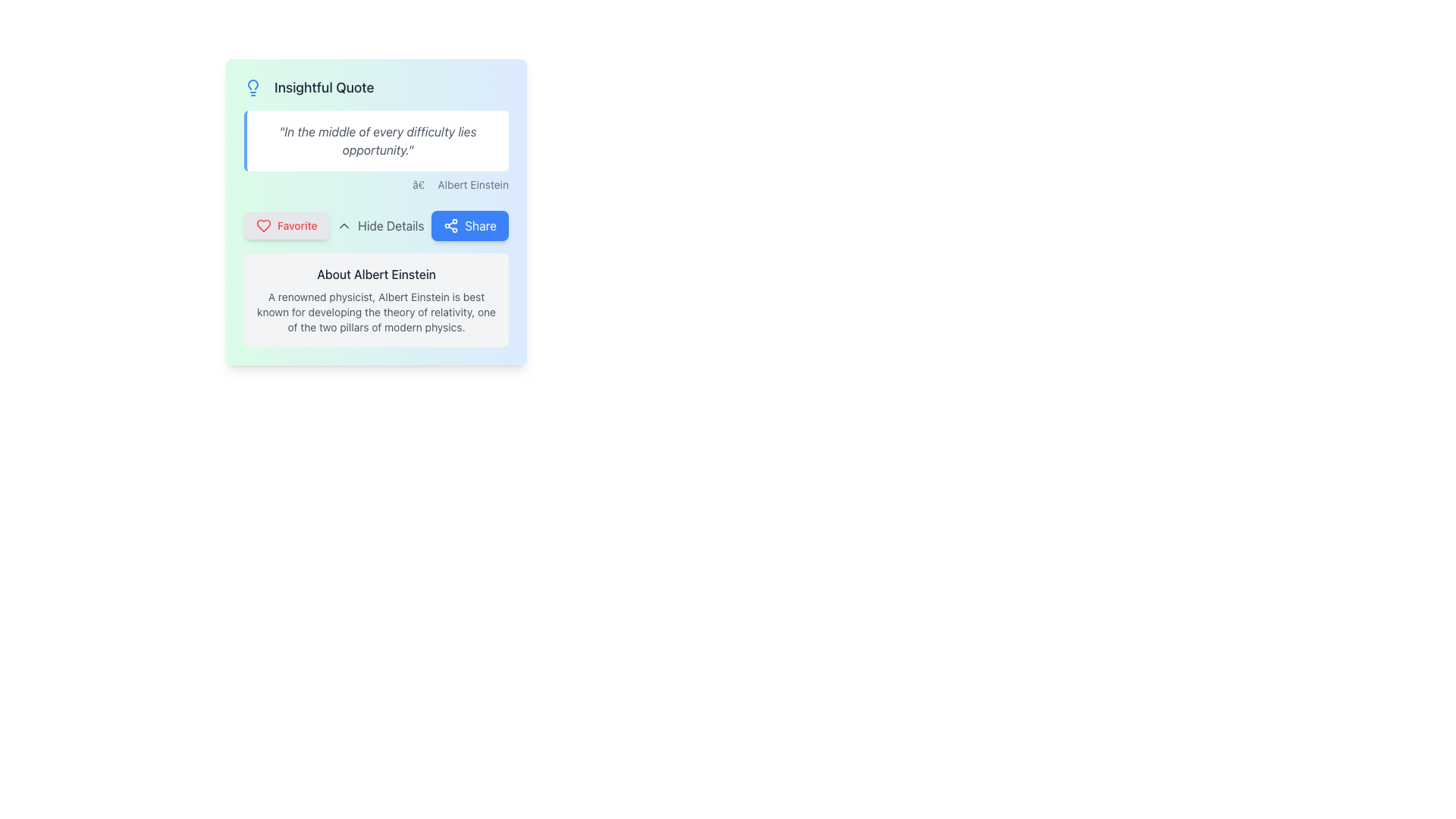 This screenshot has width=1456, height=819. What do you see at coordinates (287, 225) in the screenshot?
I see `the leftmost button in the horizontal group beneath the quote card to mark the associated content as a favorite` at bounding box center [287, 225].